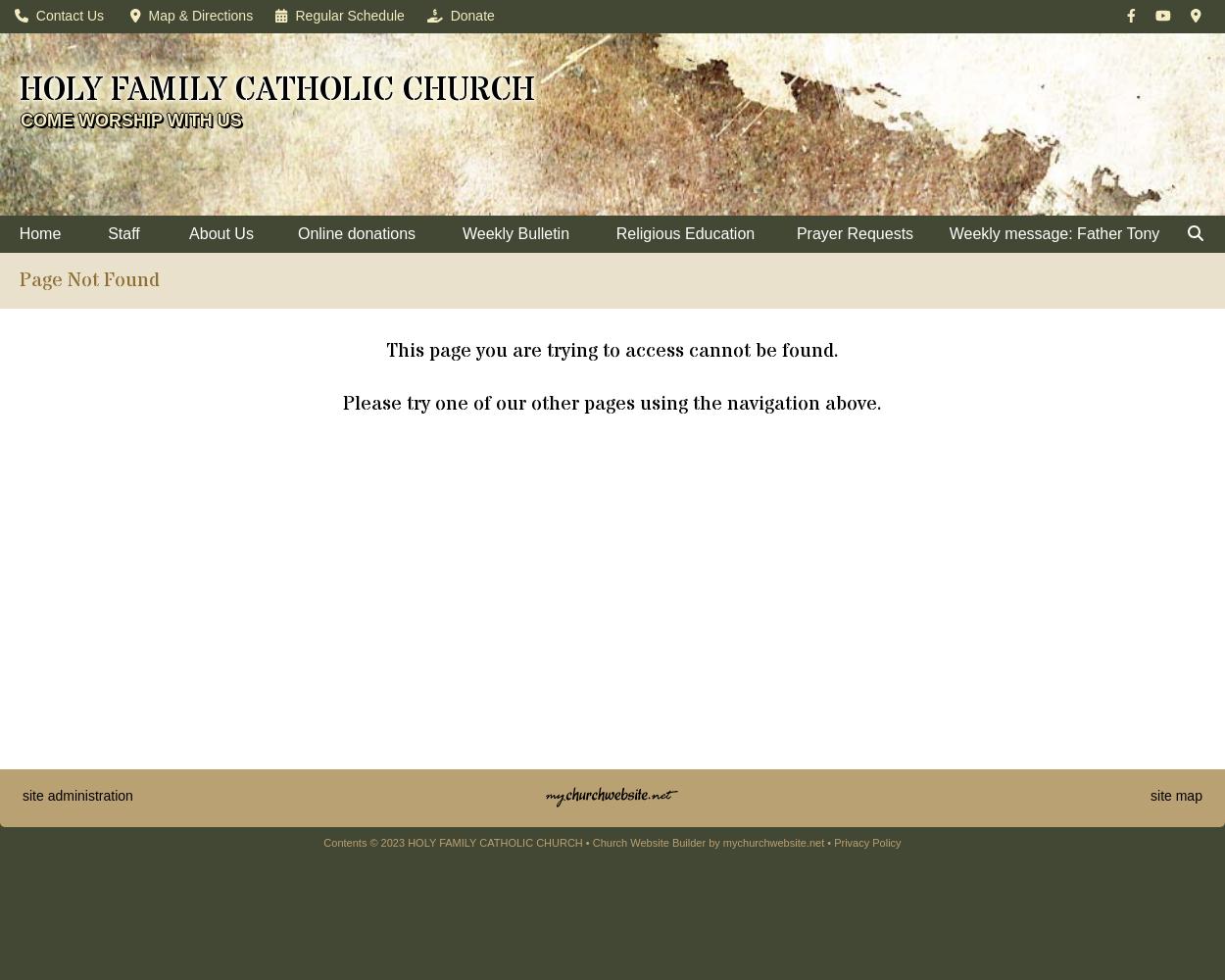 The image size is (1225, 980). What do you see at coordinates (130, 120) in the screenshot?
I see `'COME WORSHIP WITH US'` at bounding box center [130, 120].